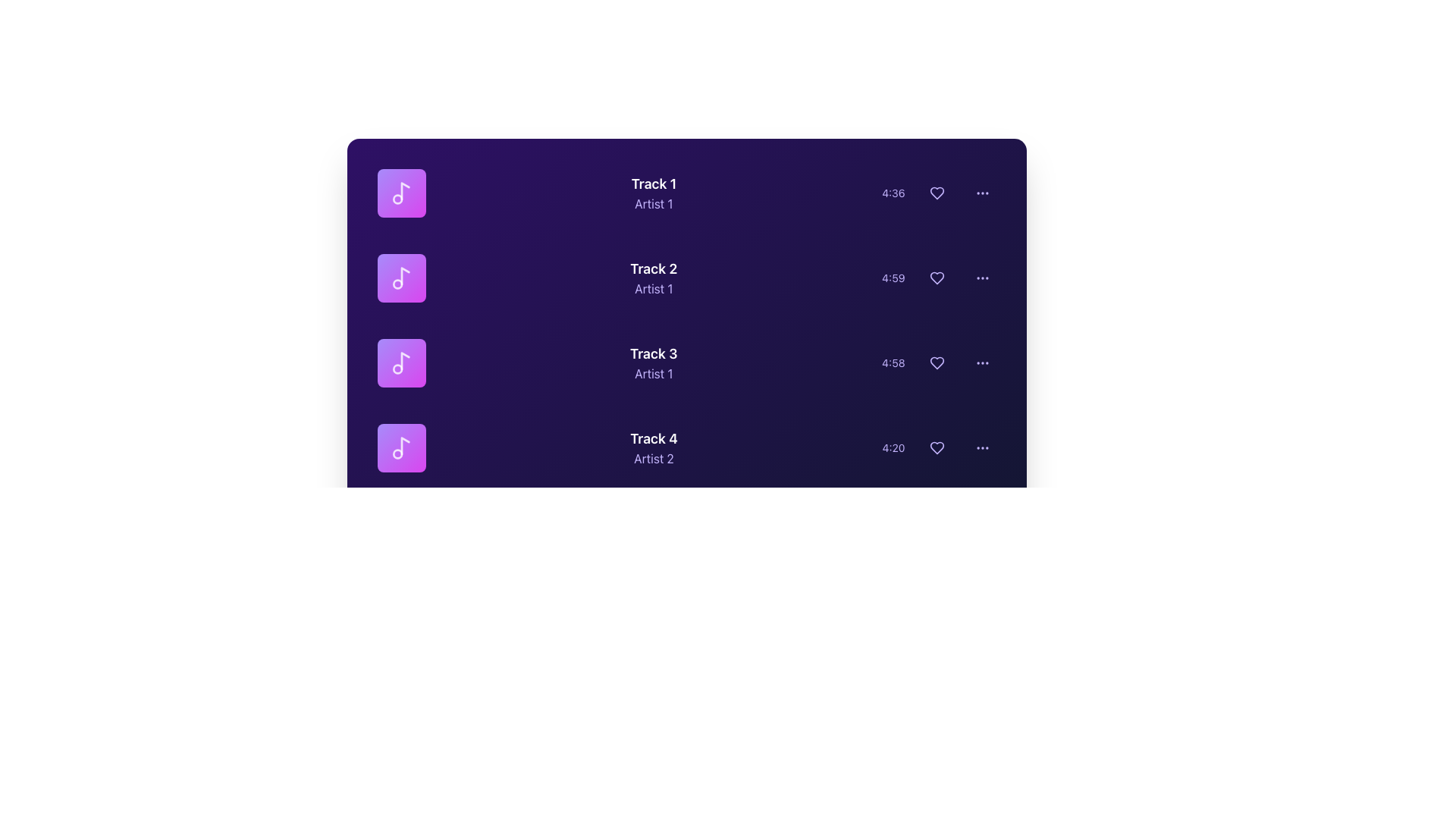 This screenshot has width=1456, height=819. Describe the element at coordinates (938, 192) in the screenshot. I see `the heart icon, which is the second element in the sequence representing 'Track 1 - Artist 1'` at that location.